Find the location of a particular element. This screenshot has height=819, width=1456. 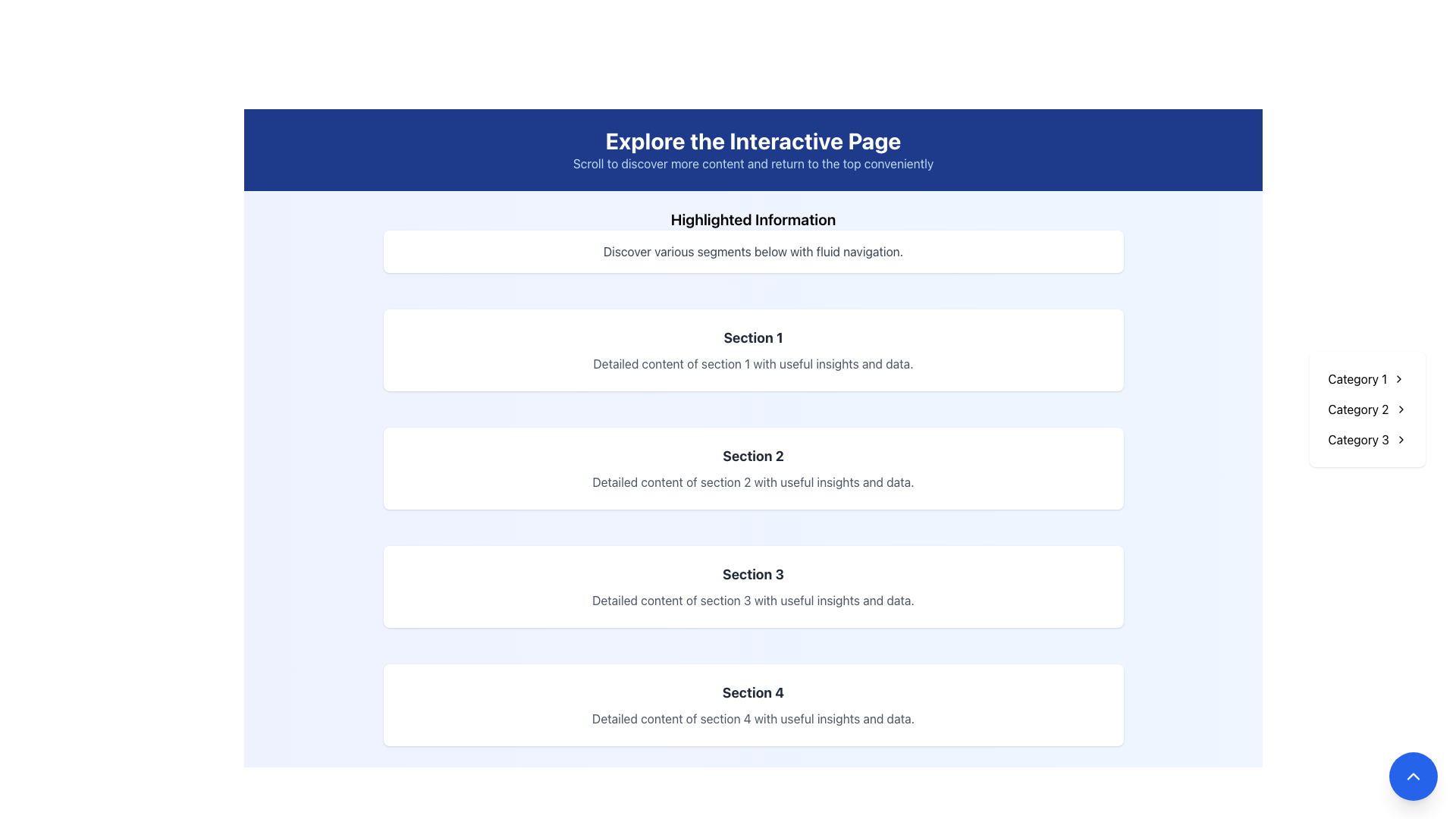

the static text component that provides additional details associated with the title 'Section 2', which is located at the center of the white card below the title is located at coordinates (753, 482).